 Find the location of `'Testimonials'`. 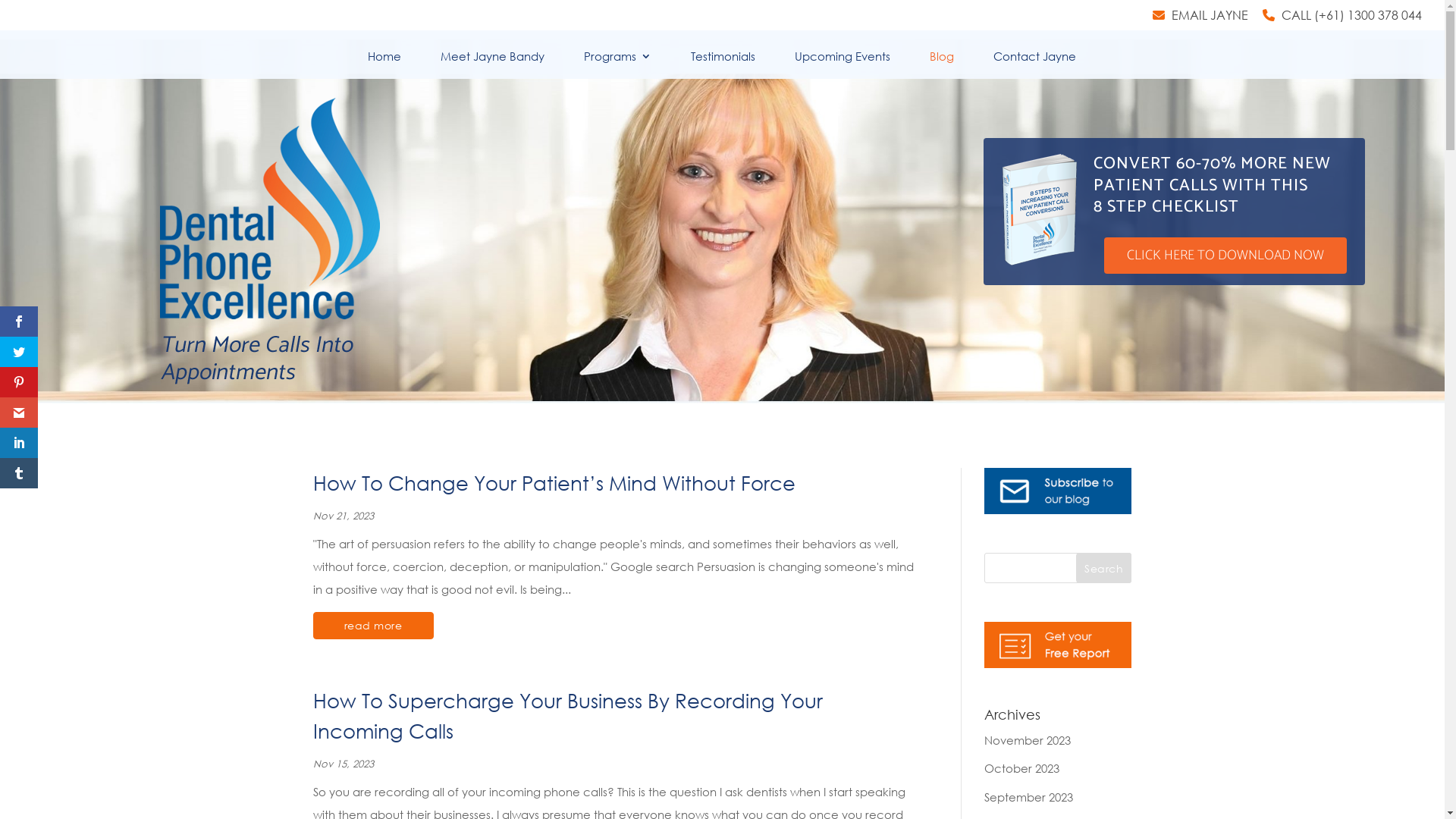

'Testimonials' is located at coordinates (721, 64).